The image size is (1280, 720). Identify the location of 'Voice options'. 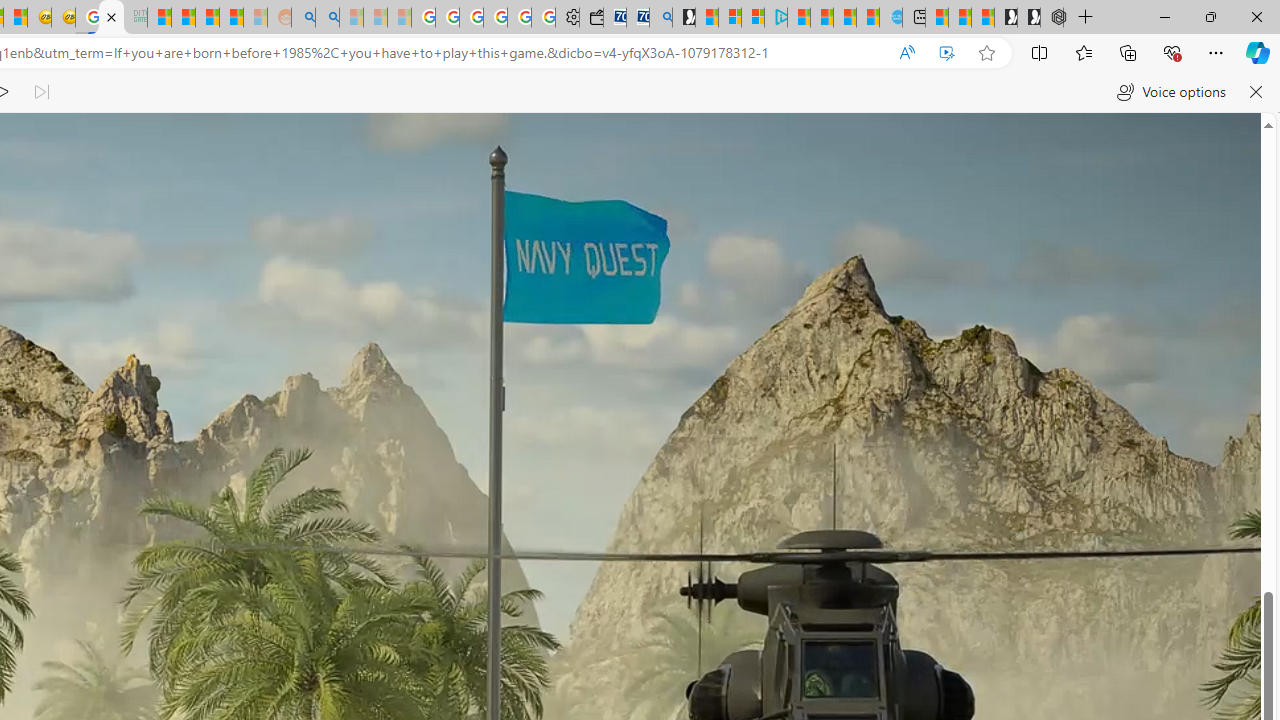
(1171, 92).